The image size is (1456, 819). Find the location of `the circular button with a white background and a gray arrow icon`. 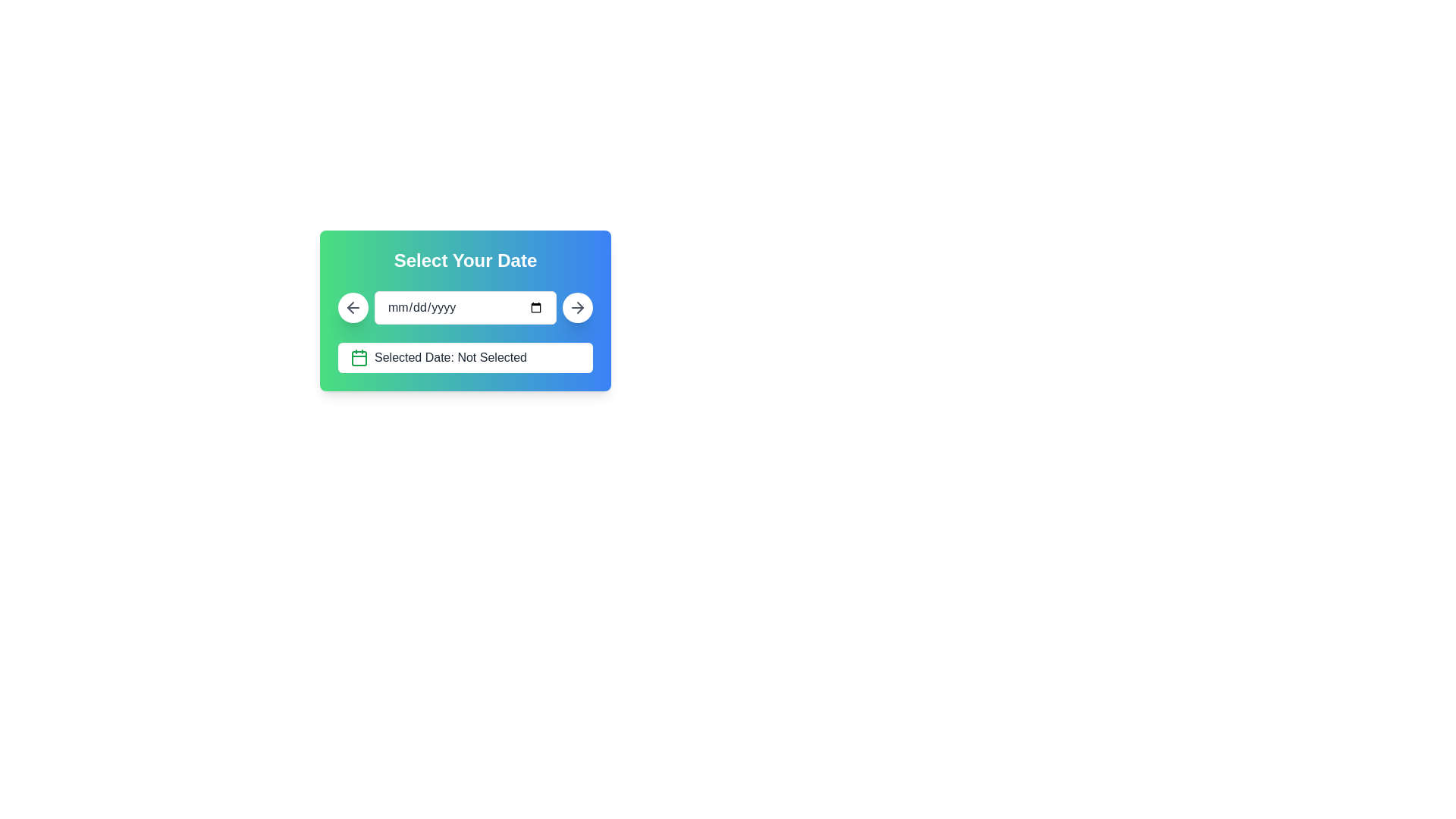

the circular button with a white background and a gray arrow icon is located at coordinates (577, 307).